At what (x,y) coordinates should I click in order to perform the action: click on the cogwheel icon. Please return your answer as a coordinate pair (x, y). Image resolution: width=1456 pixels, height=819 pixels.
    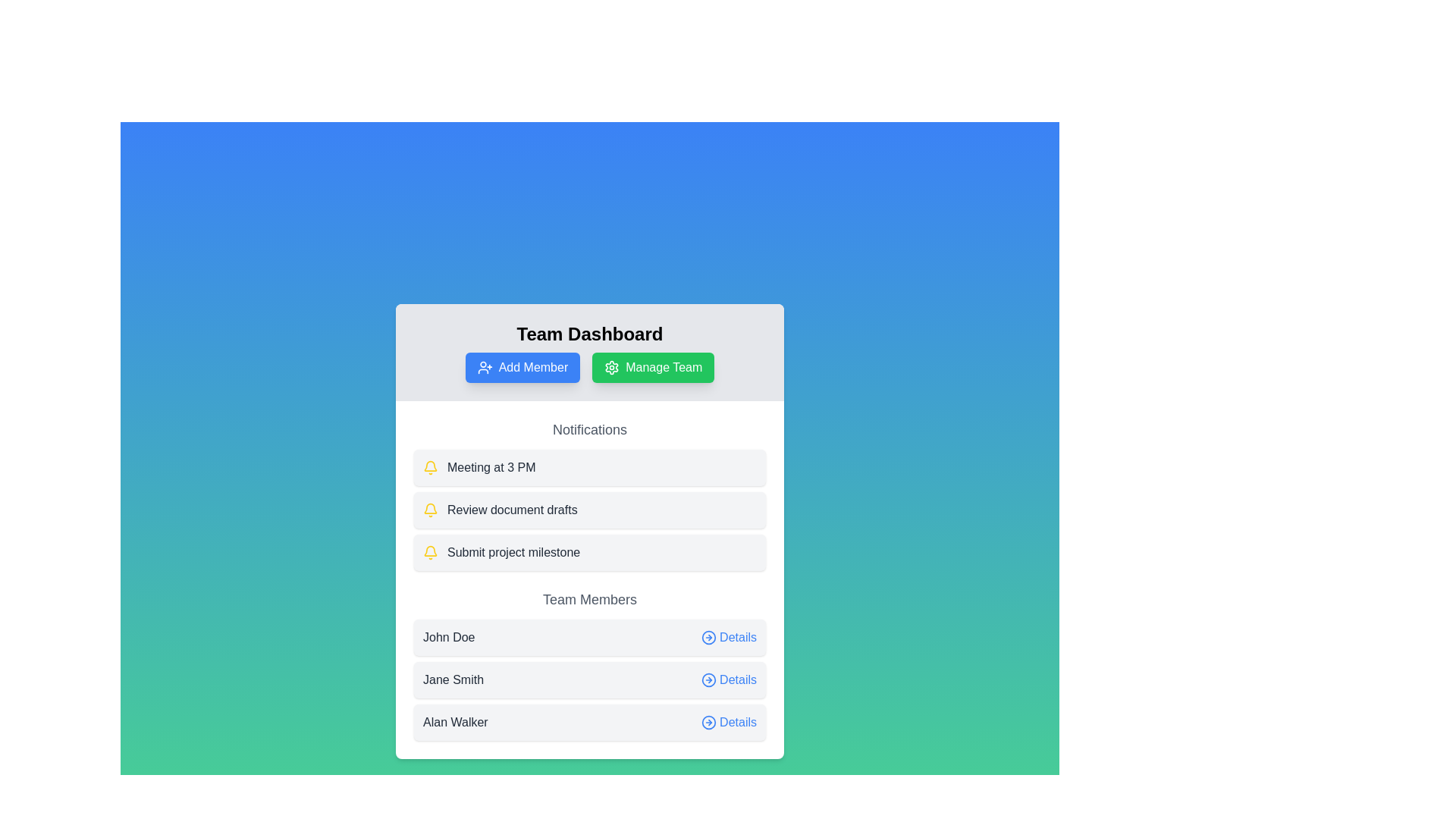
    Looking at the image, I should click on (612, 368).